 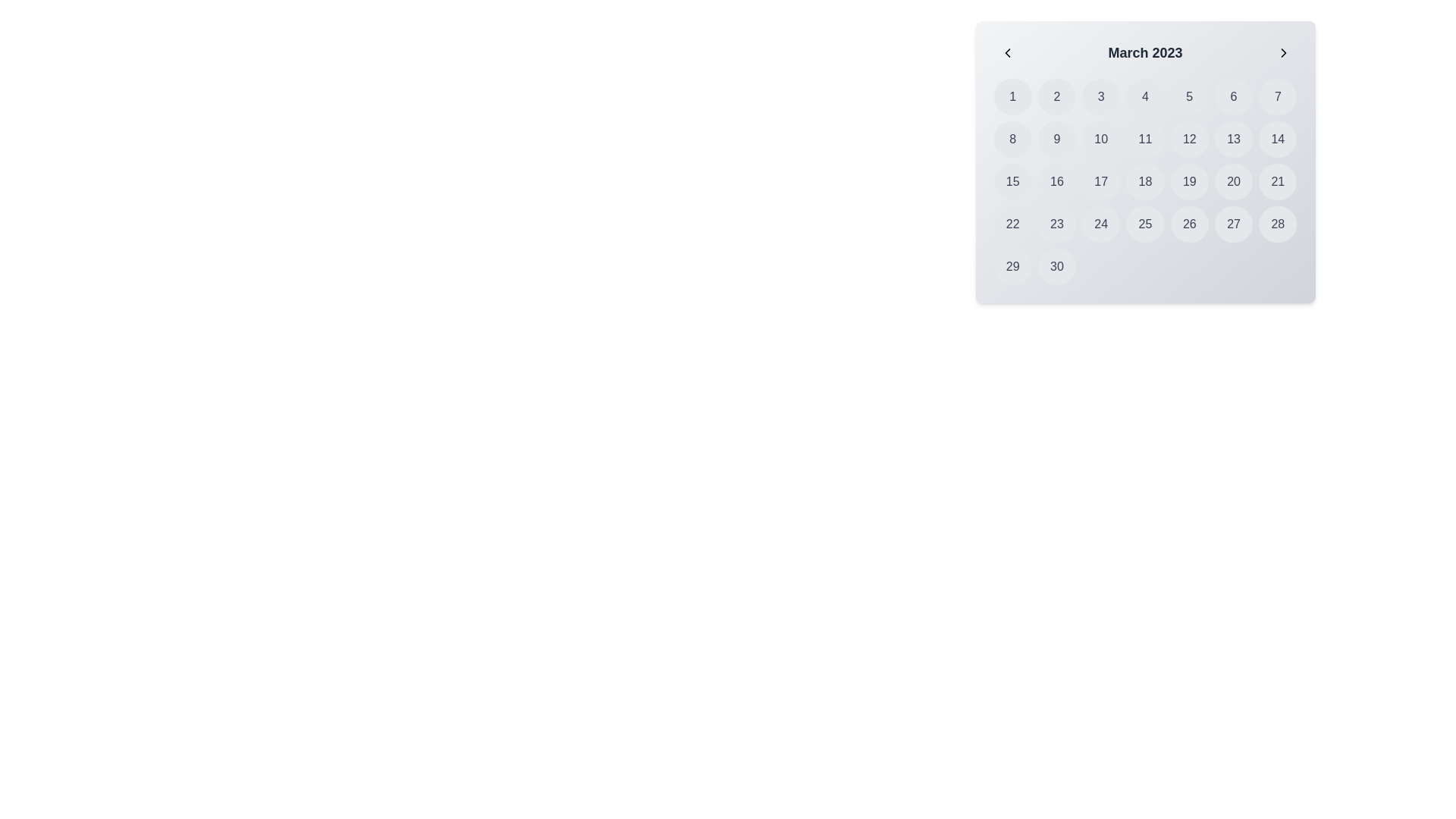 What do you see at coordinates (1056, 96) in the screenshot?
I see `the circular button displaying the number '2'` at bounding box center [1056, 96].